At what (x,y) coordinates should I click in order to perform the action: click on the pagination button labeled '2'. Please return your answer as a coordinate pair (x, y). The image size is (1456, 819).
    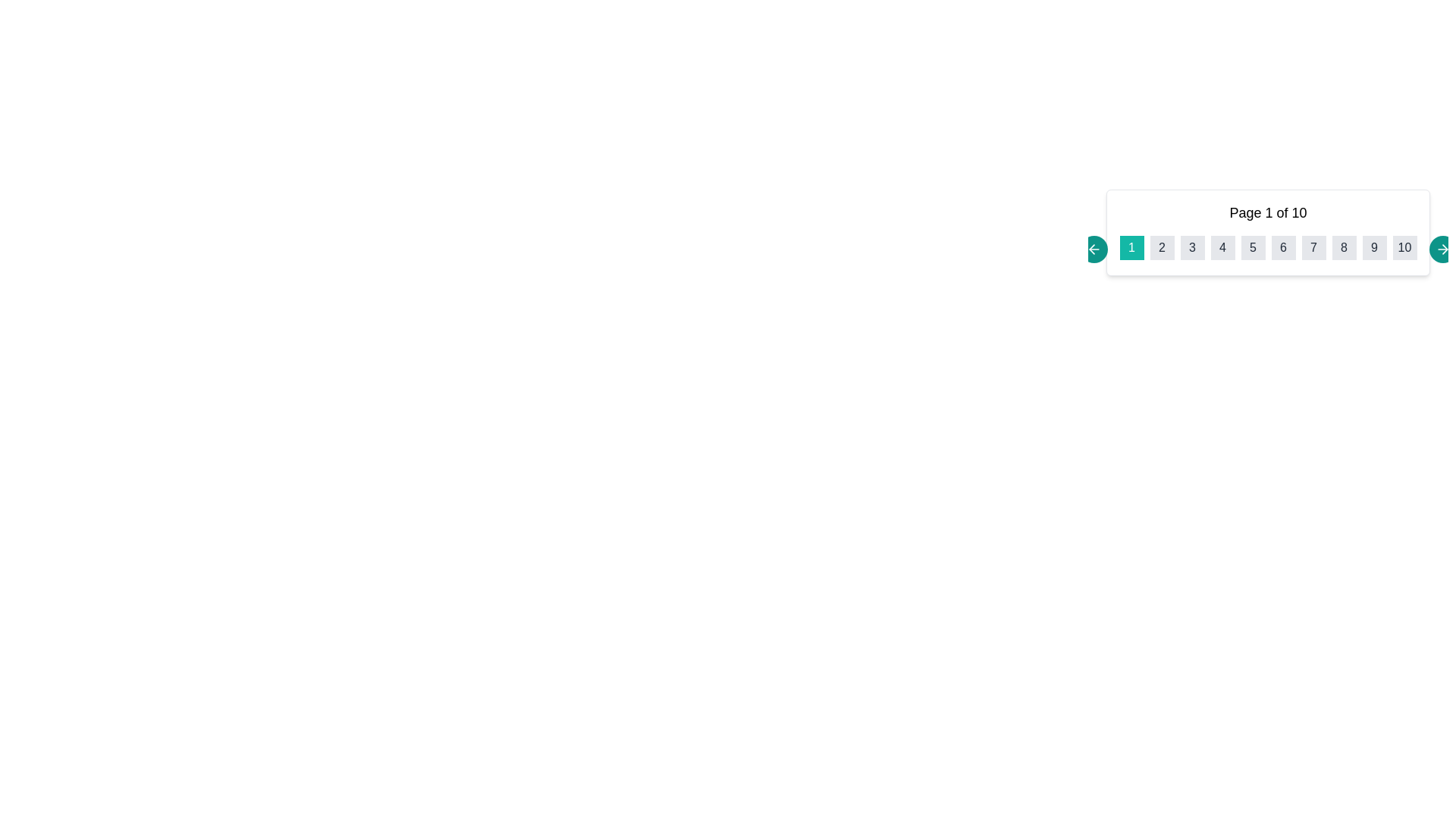
    Looking at the image, I should click on (1161, 247).